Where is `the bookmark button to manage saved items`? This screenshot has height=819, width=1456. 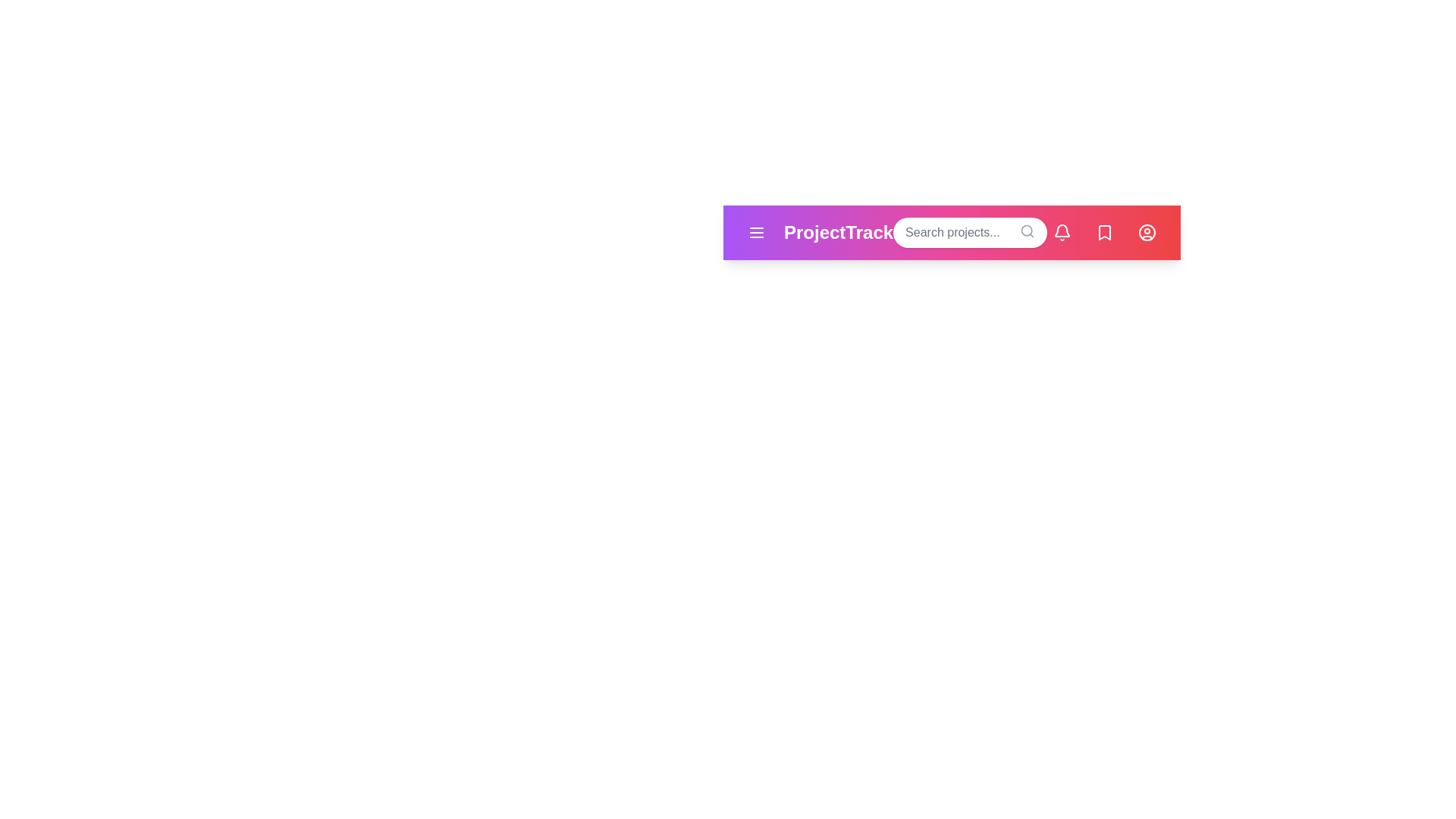
the bookmark button to manage saved items is located at coordinates (1105, 233).